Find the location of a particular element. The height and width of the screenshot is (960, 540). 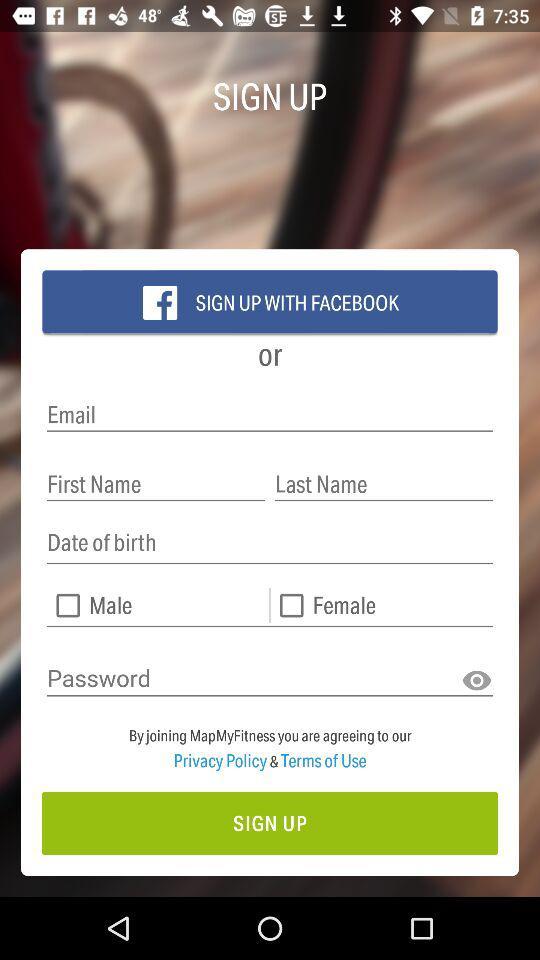

the text box which says last name is located at coordinates (383, 483).